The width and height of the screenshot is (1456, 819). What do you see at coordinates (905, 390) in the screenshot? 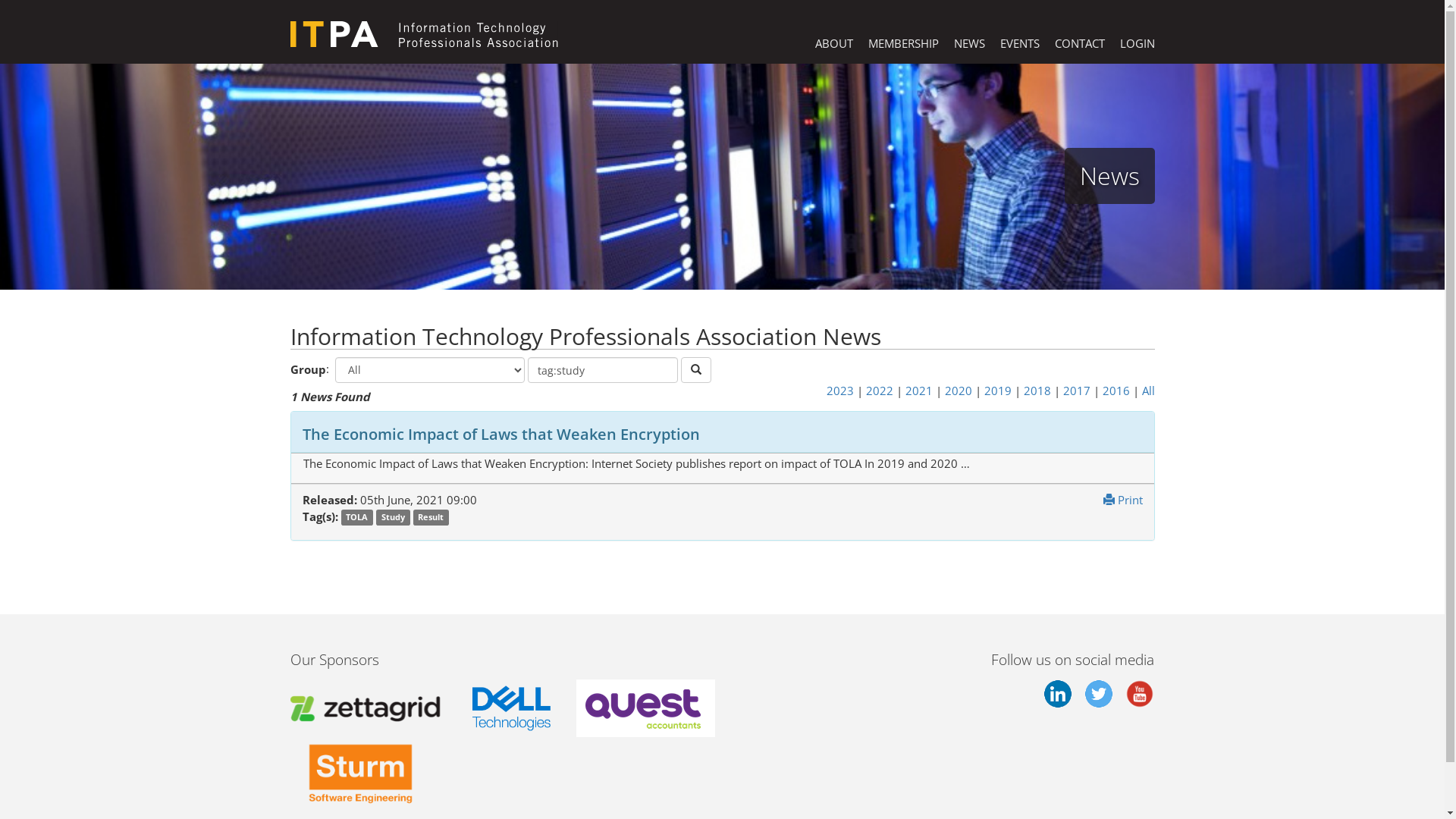
I see `'2021'` at bounding box center [905, 390].